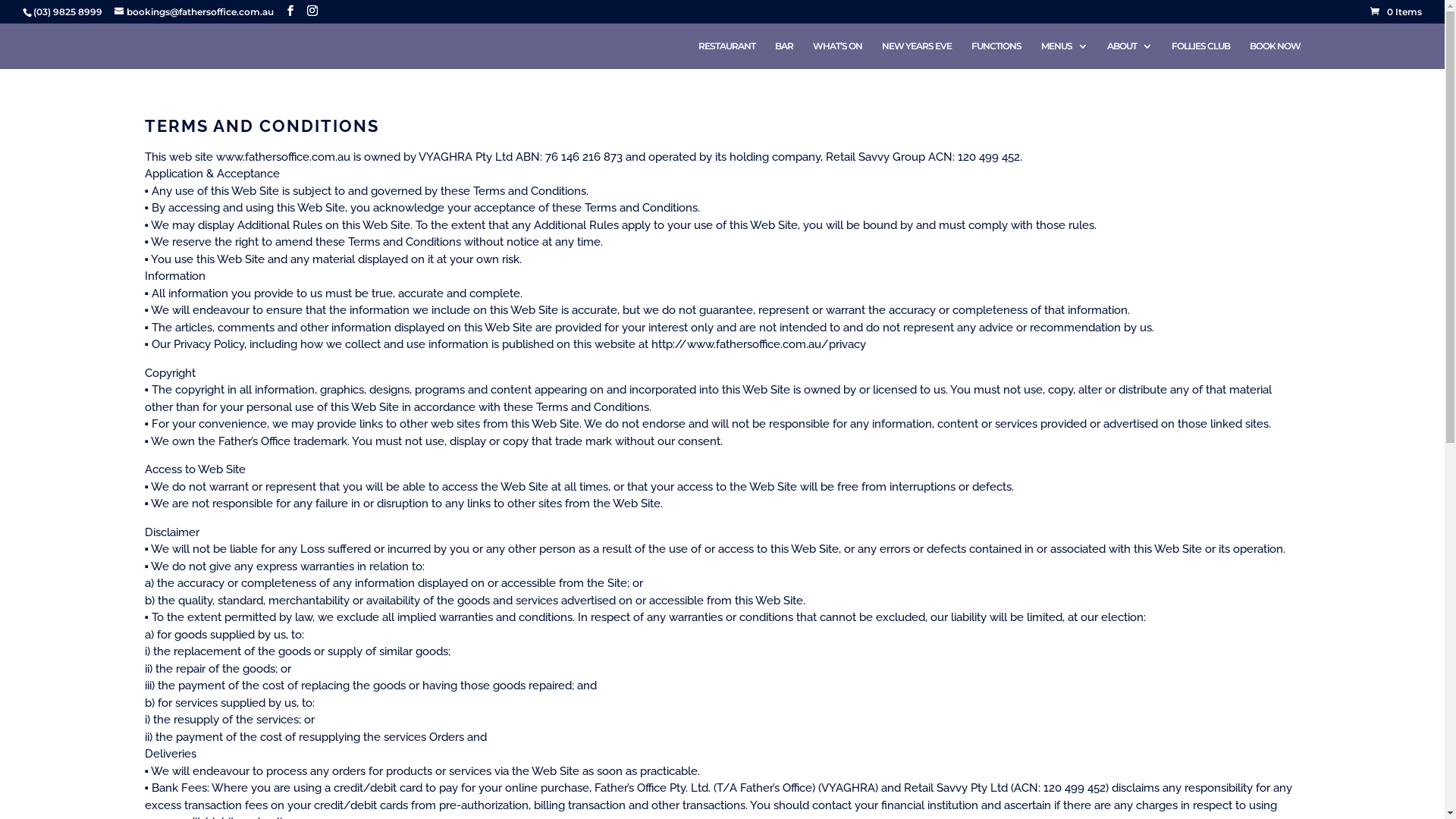 This screenshot has width=1456, height=819. Describe the element at coordinates (725, 54) in the screenshot. I see `'RESTAURANT'` at that location.